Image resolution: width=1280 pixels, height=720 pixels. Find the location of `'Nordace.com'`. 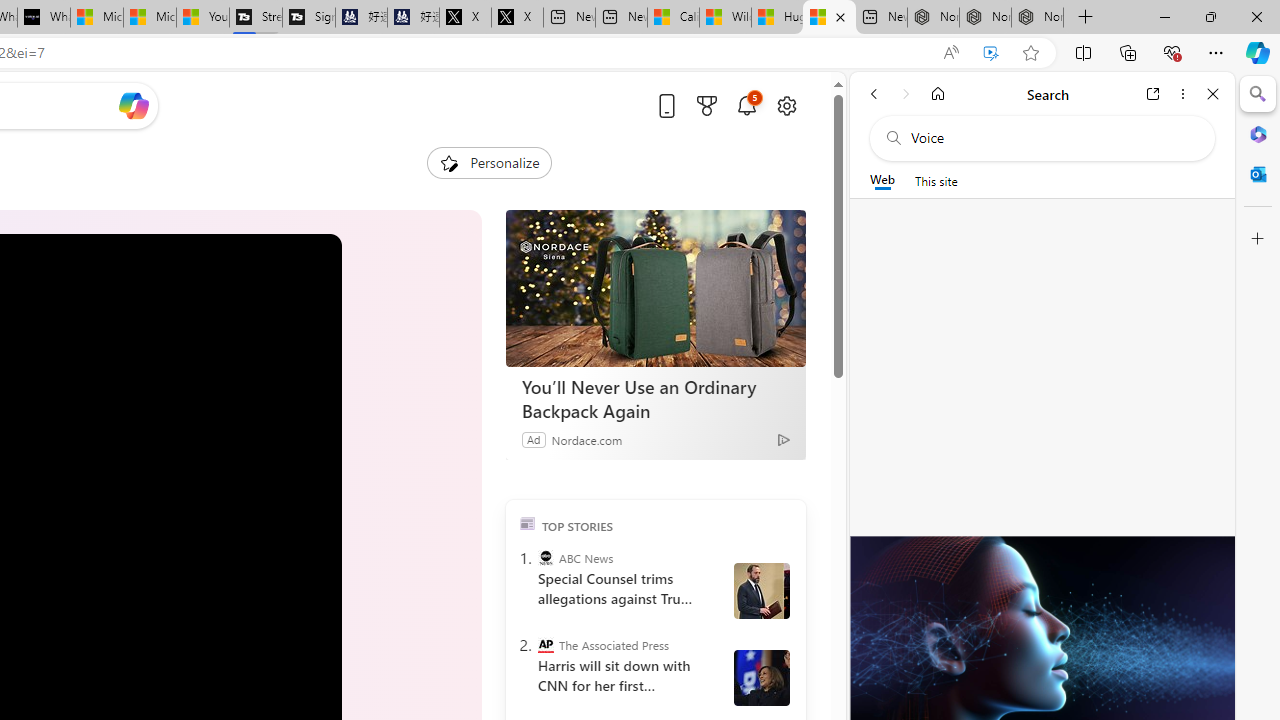

'Nordace.com' is located at coordinates (585, 438).